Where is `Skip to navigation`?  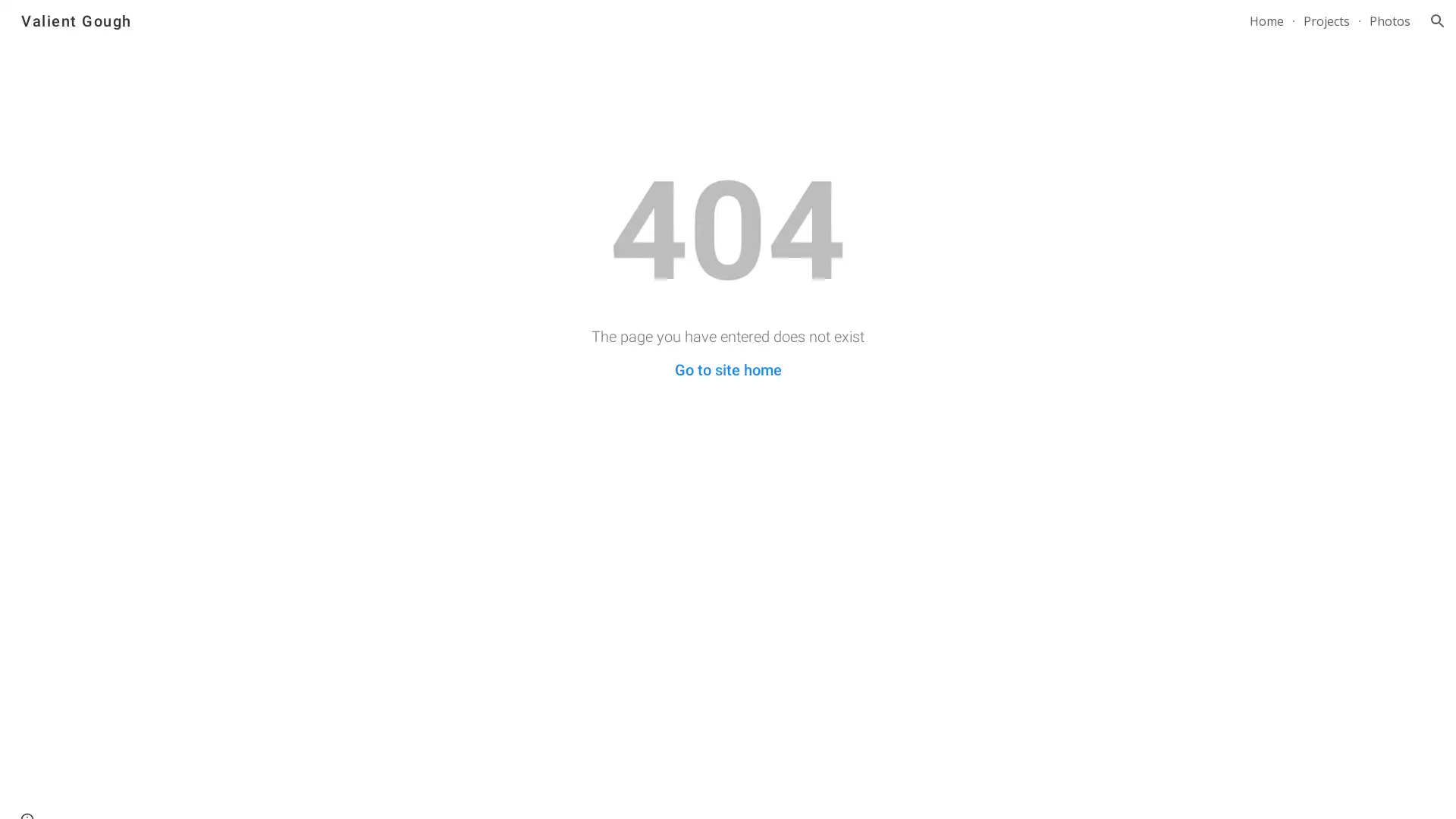 Skip to navigation is located at coordinates (864, 28).